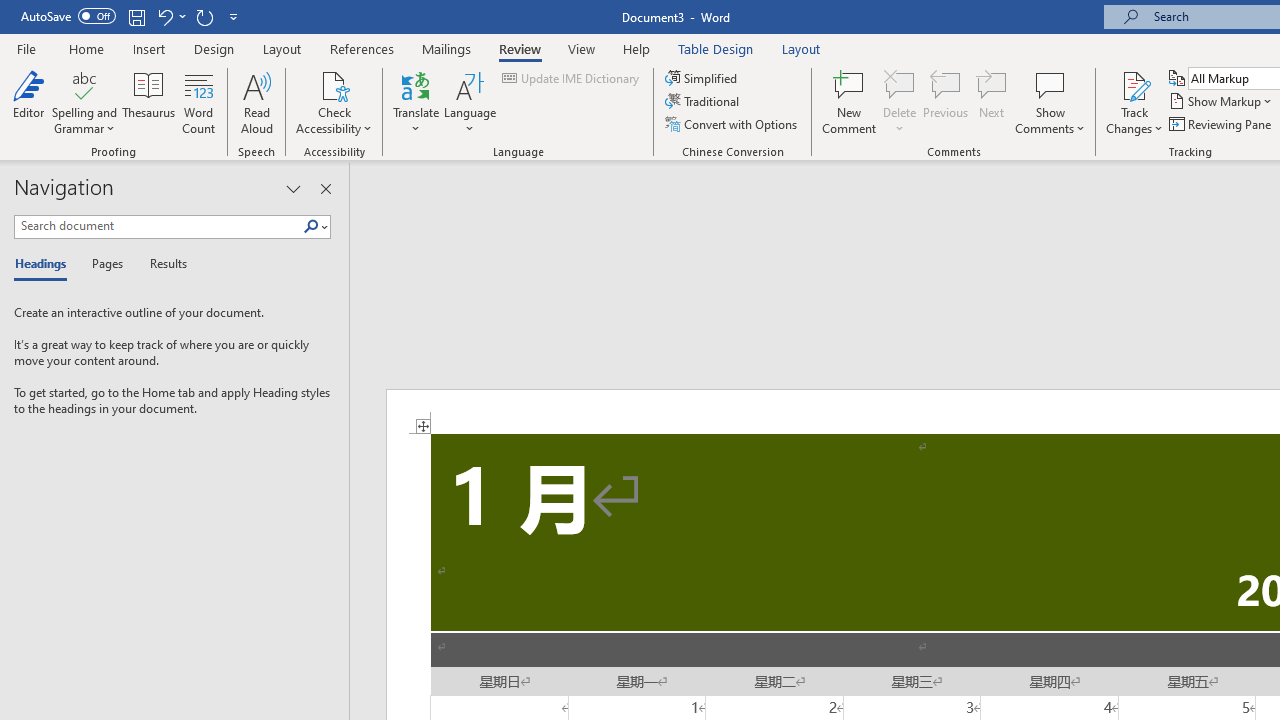  I want to click on 'Delete', so click(899, 103).